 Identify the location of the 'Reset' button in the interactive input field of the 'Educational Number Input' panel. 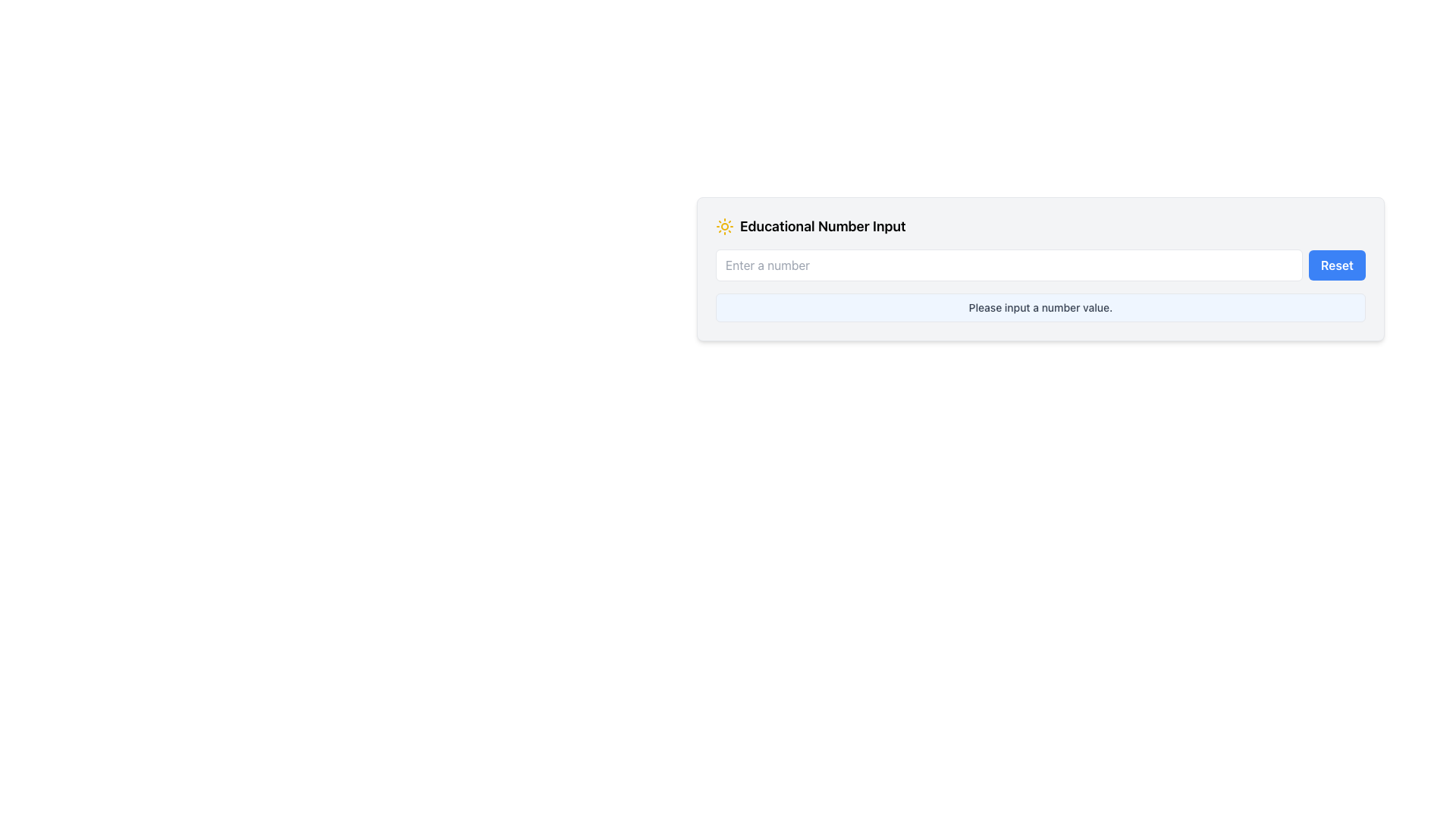
(1040, 265).